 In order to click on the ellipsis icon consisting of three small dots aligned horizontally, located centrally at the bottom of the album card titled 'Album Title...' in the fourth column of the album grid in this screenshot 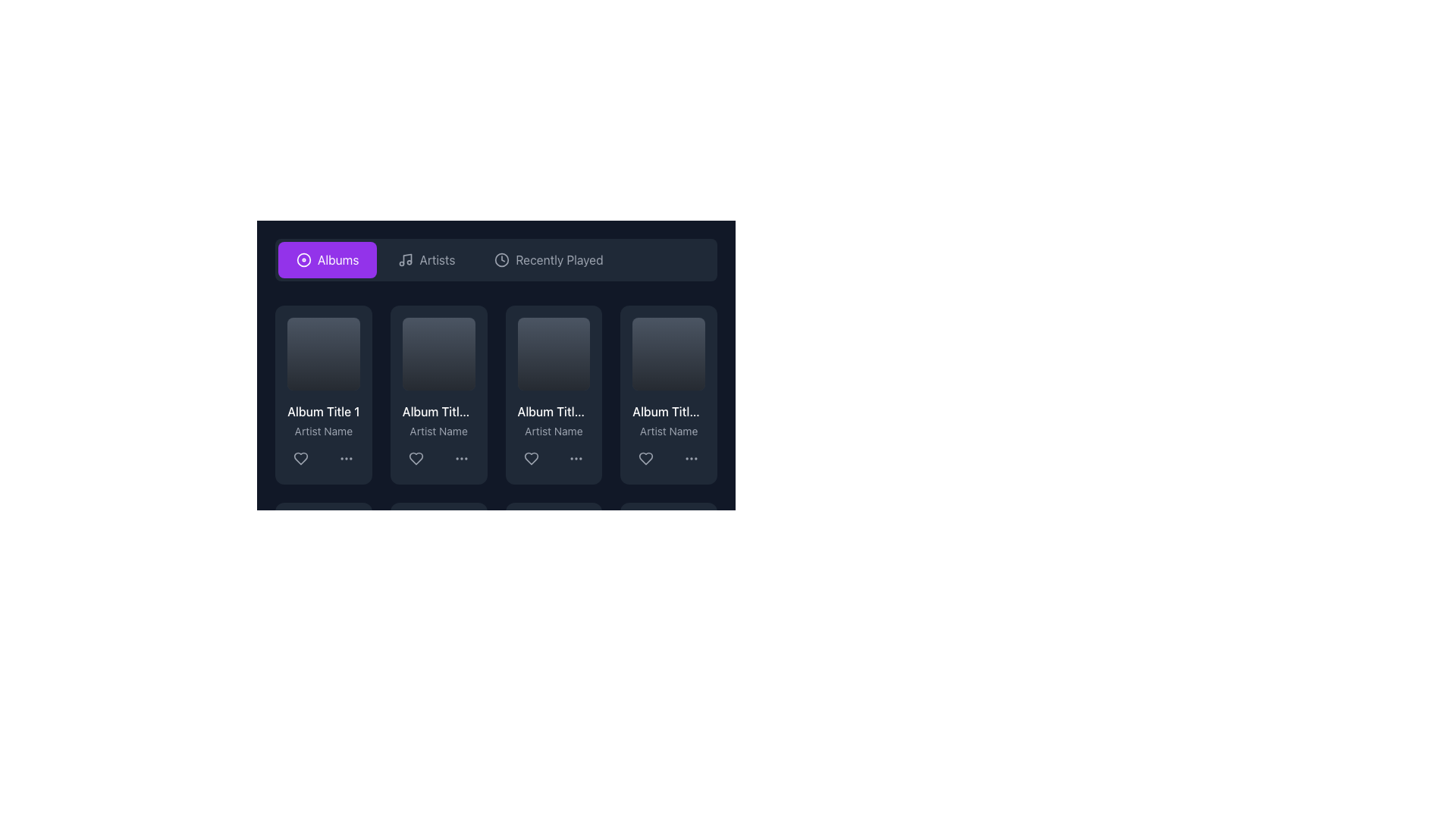, I will do `click(691, 457)`.